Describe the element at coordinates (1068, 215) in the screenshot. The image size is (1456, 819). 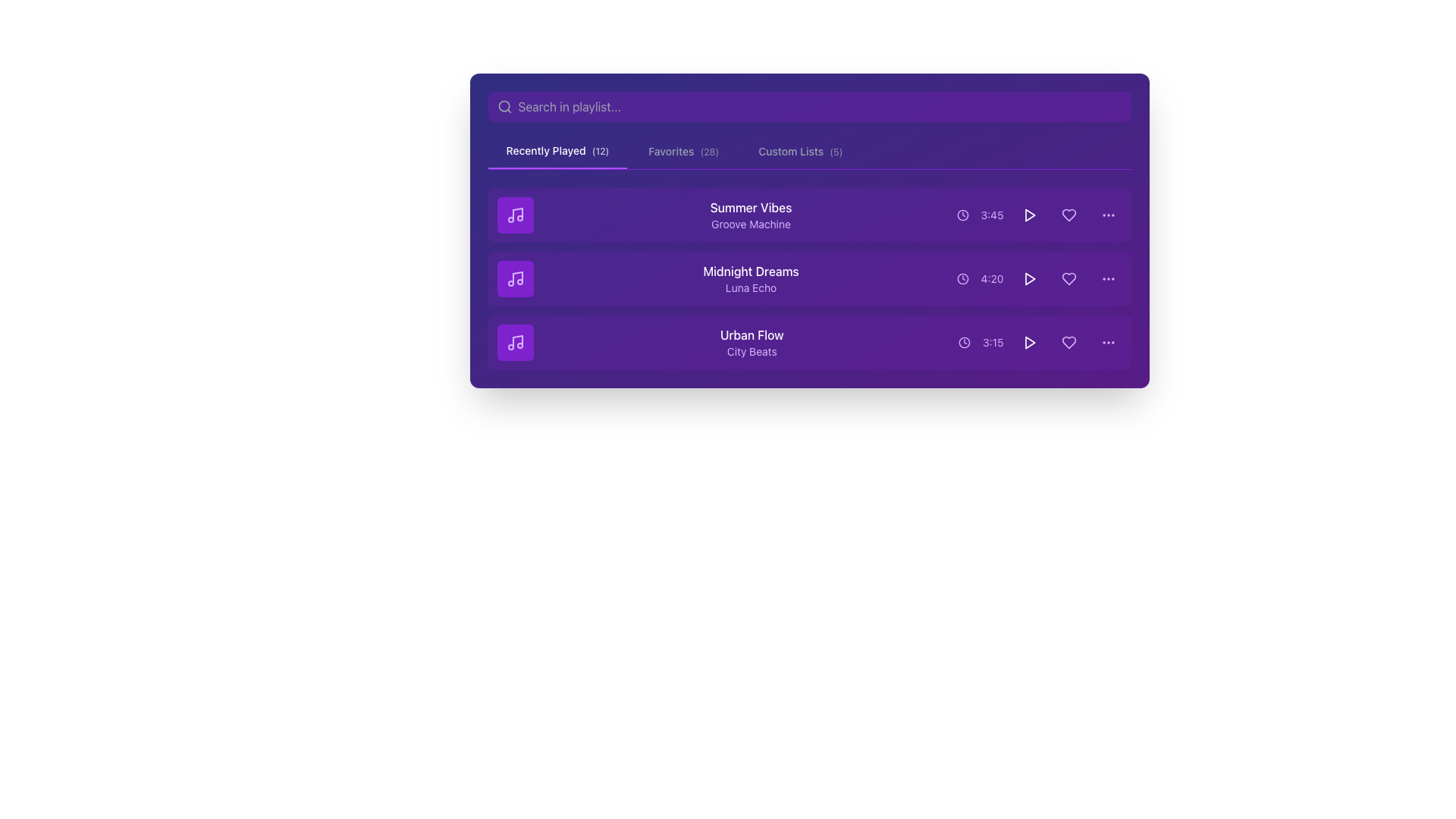
I see `the rightmost 'like' button with an SVG icon for the 'Summer Vibes' track to like or unlike the track` at that location.